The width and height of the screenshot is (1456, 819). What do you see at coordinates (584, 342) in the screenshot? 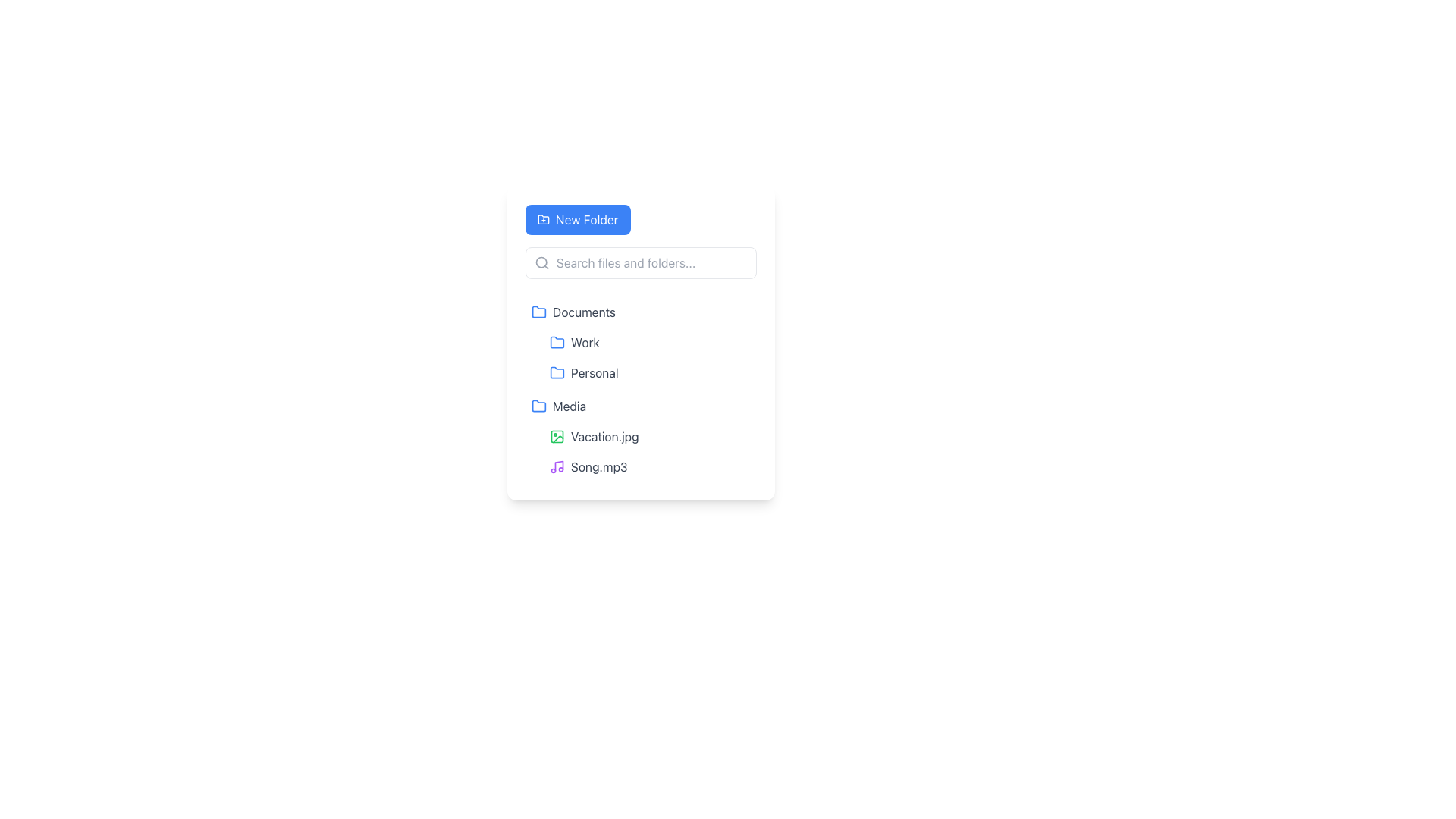
I see `text label that indicates the name of the 'Work' folder, which is located next to a blue folder icon in the second row of the folder list below the 'Documents' folder` at bounding box center [584, 342].